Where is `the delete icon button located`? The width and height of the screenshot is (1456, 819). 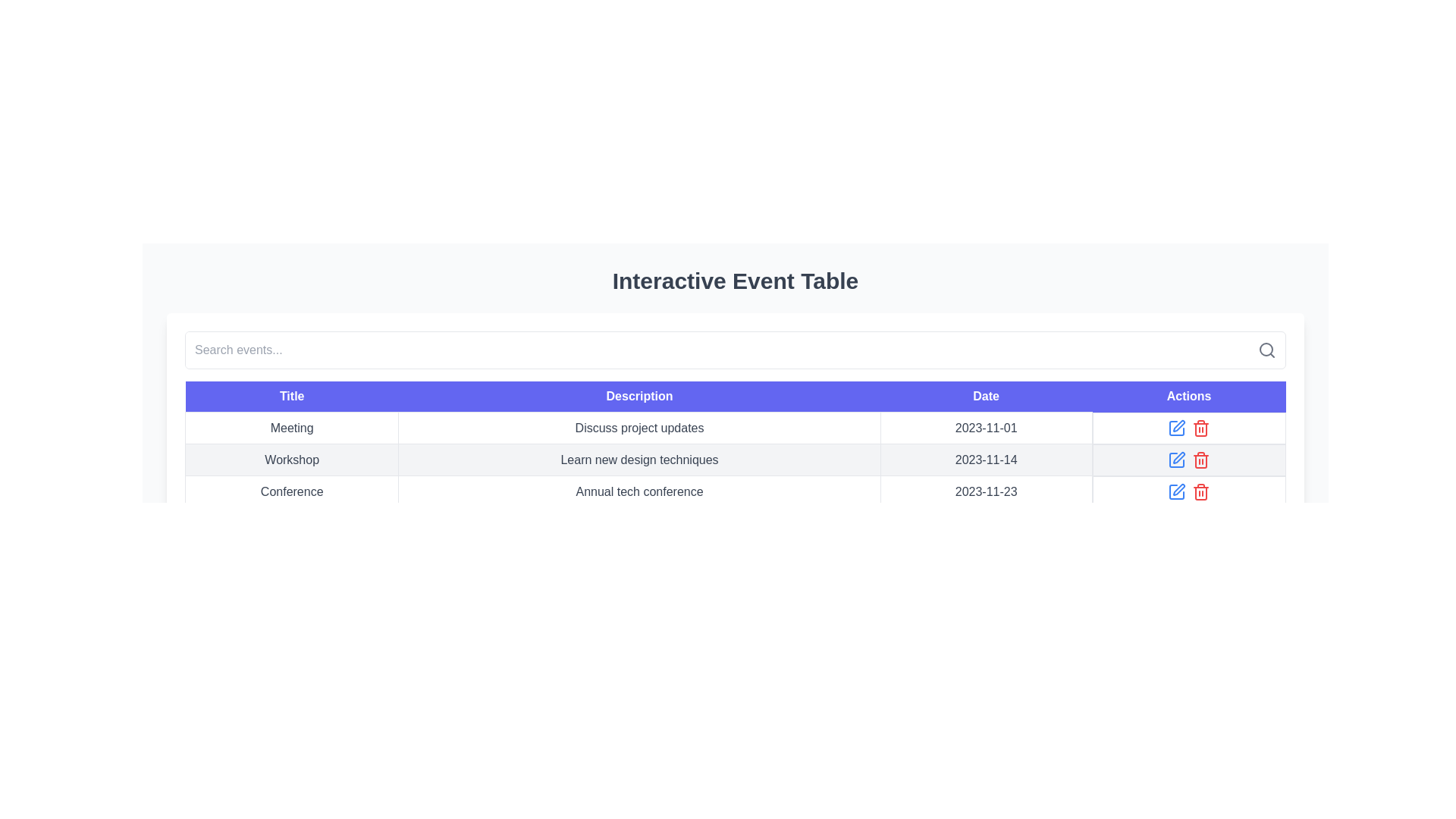 the delete icon button located is located at coordinates (1200, 491).